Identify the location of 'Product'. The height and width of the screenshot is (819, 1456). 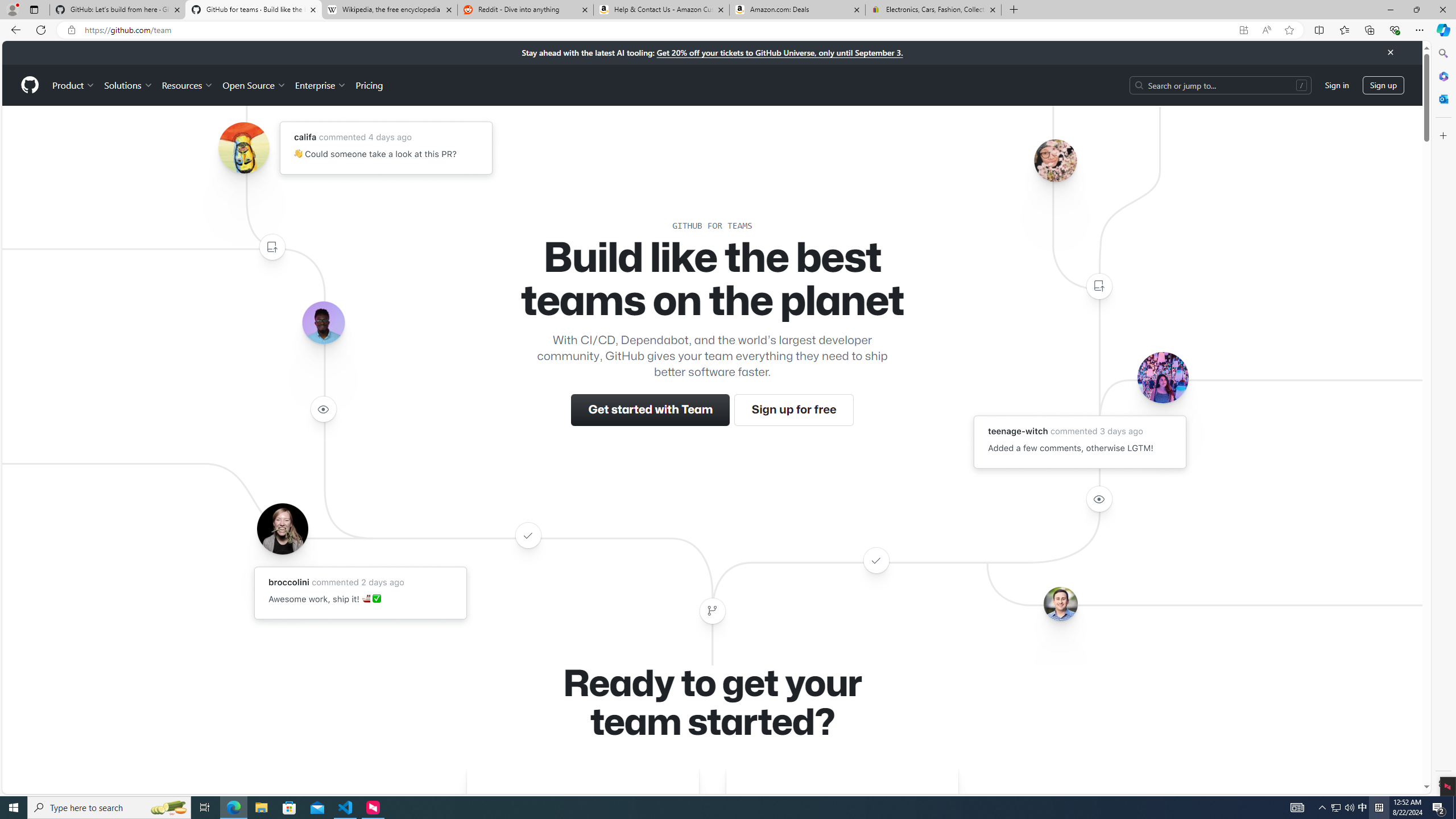
(74, 85).